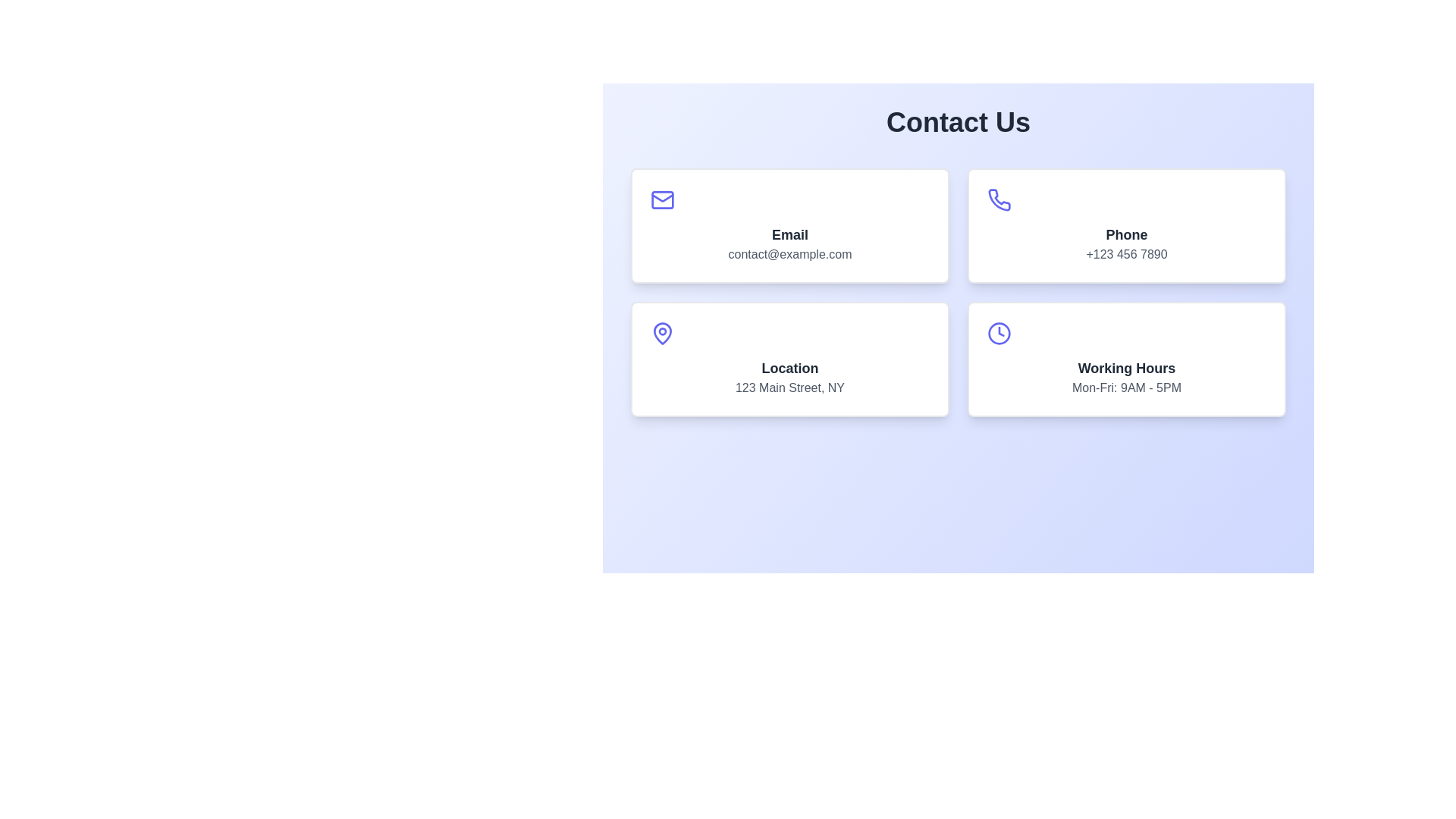 The width and height of the screenshot is (1456, 819). Describe the element at coordinates (662, 332) in the screenshot. I see `the graphical presentation of the location pin icon, which is styled with a blue outline and situated within the card labeled 'Location' on the bottom-left corner of the grid layout` at that location.